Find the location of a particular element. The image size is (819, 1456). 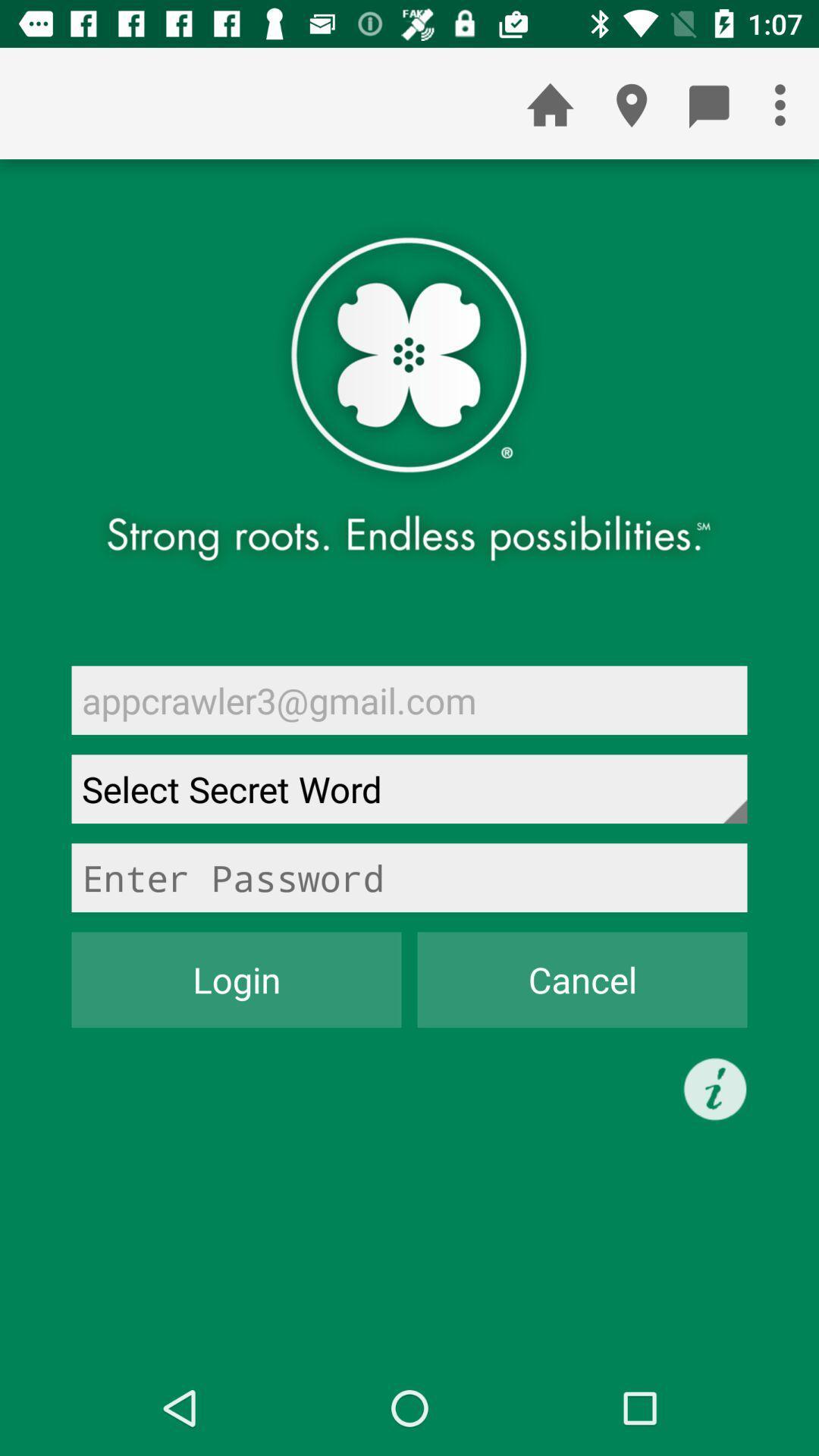

login item is located at coordinates (237, 980).